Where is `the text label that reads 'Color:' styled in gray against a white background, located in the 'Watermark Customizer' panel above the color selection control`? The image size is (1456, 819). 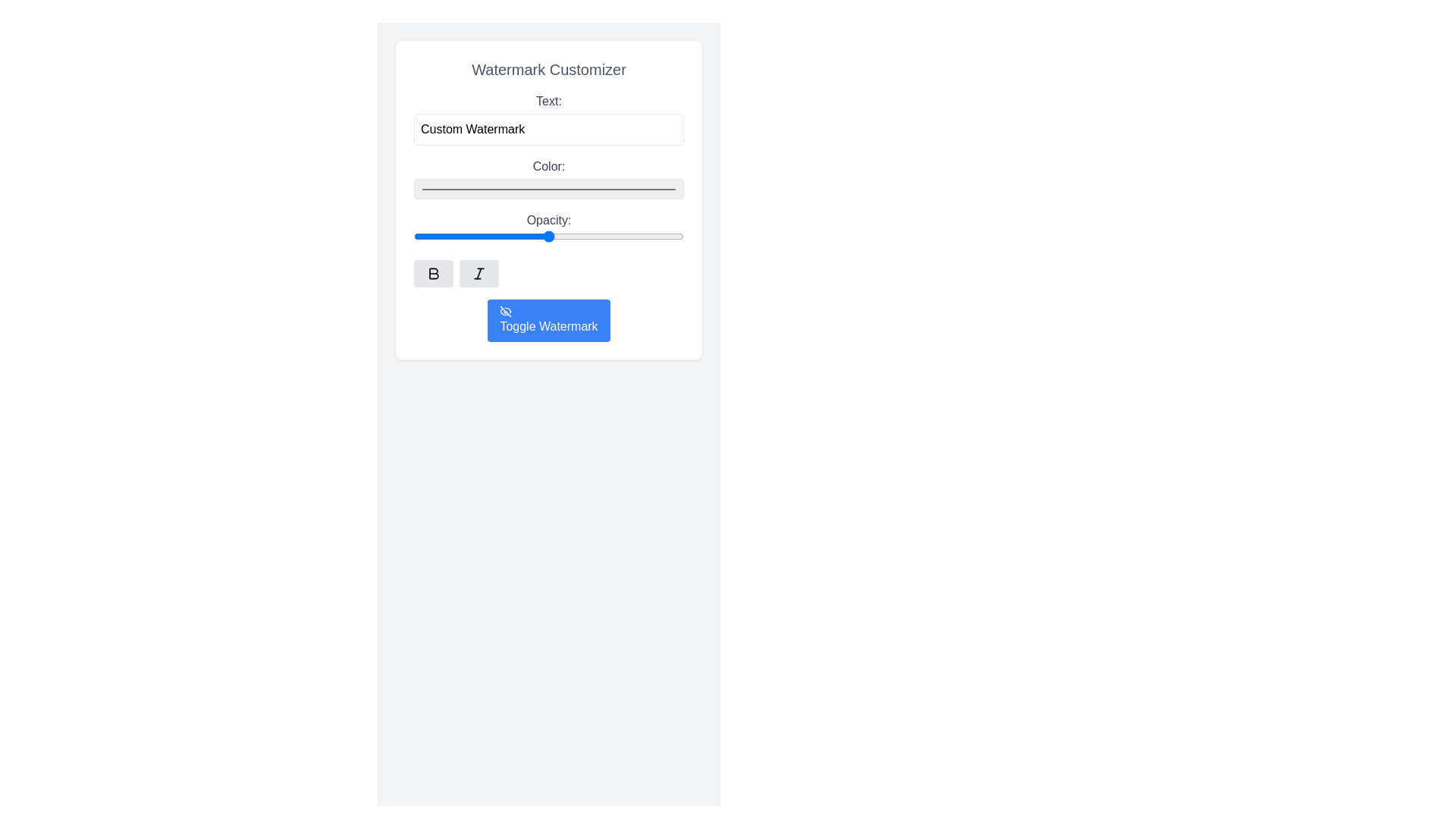 the text label that reads 'Color:' styled in gray against a white background, located in the 'Watermark Customizer' panel above the color selection control is located at coordinates (548, 166).